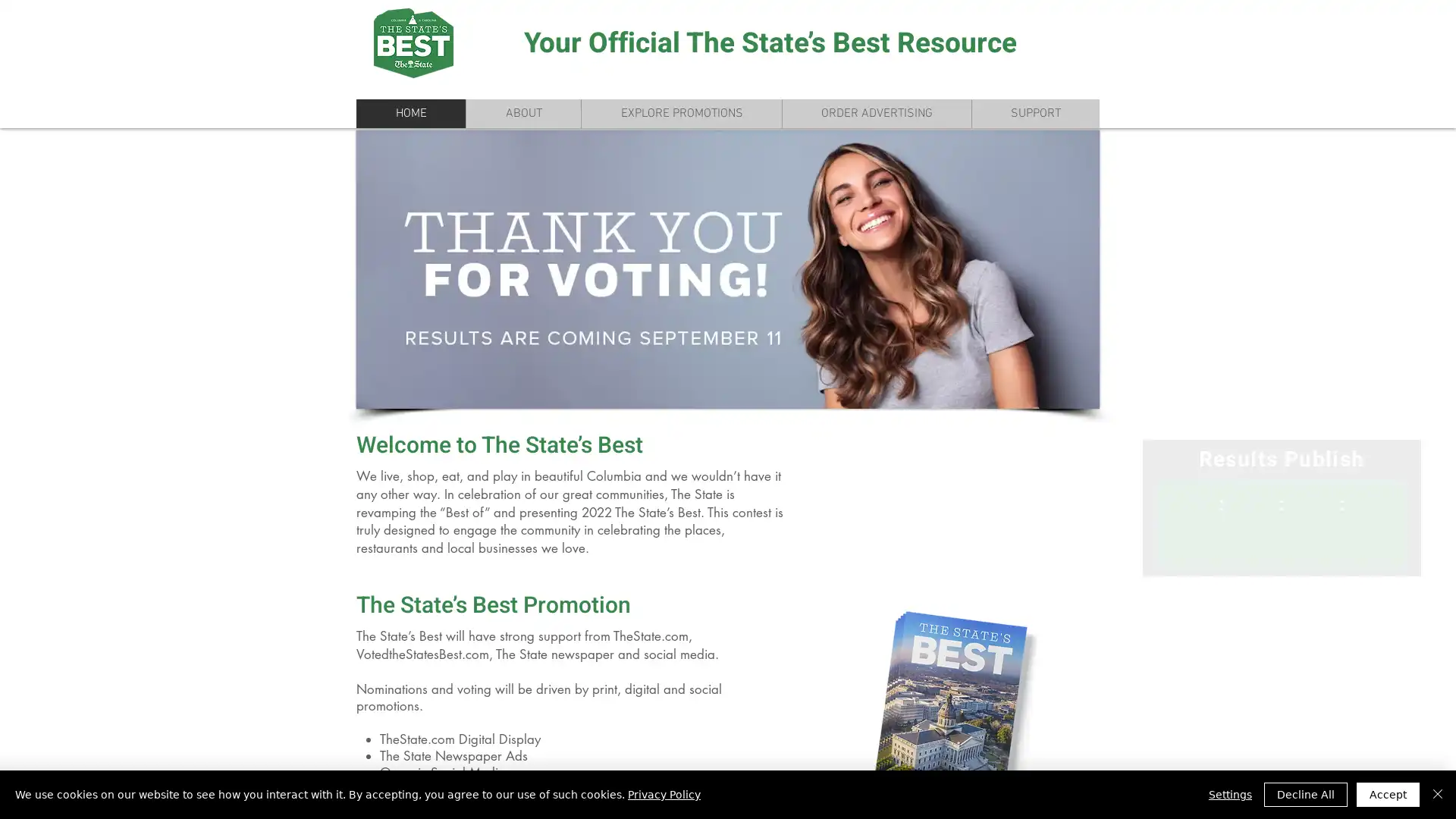  What do you see at coordinates (1388, 794) in the screenshot?
I see `Accept` at bounding box center [1388, 794].